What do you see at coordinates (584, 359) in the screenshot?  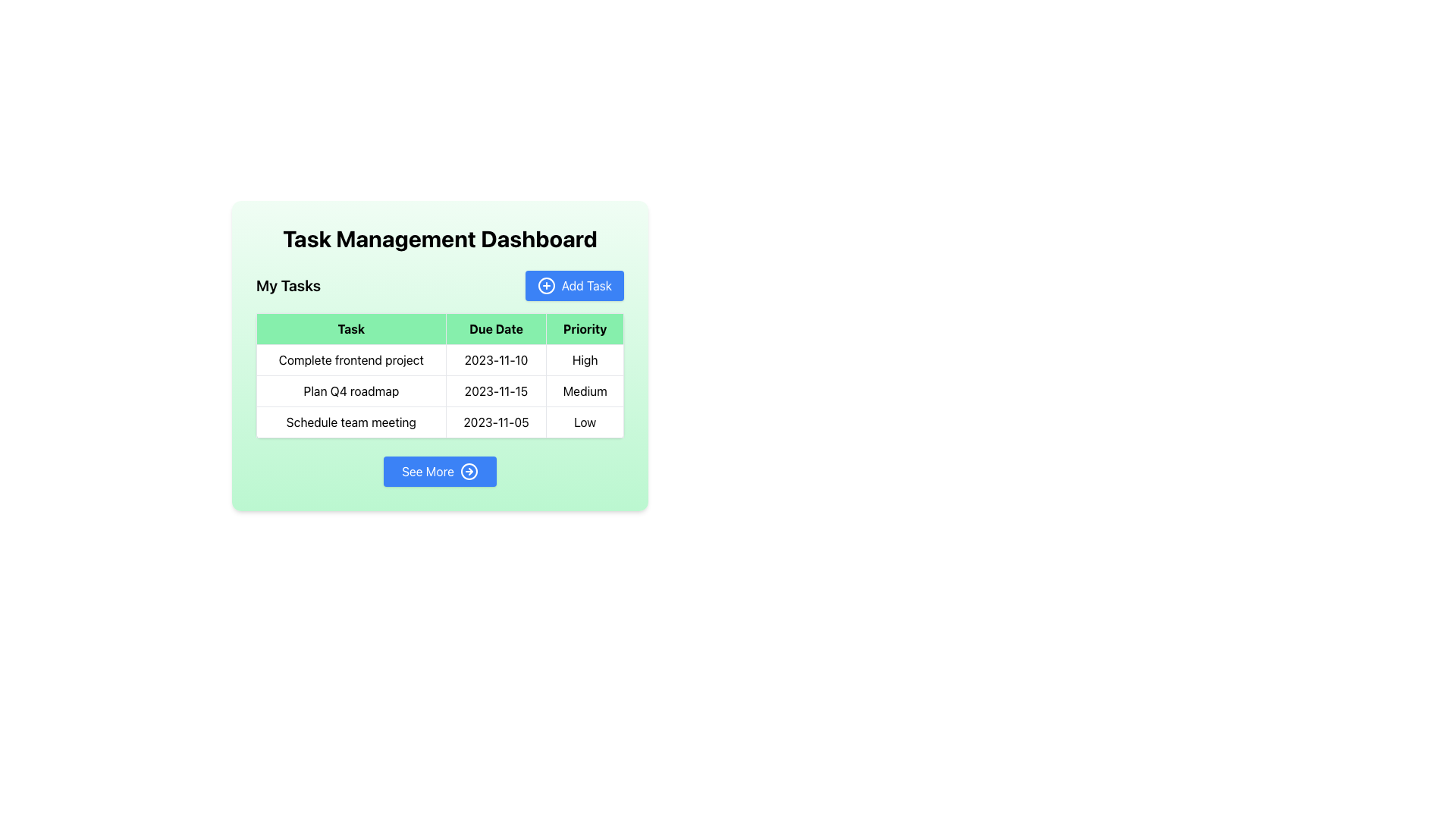 I see `text 'High' from the table cell located in the 'Priority' column of the first row, which is the third cell in the row adjacent to the date '2023-11-10'` at bounding box center [584, 359].